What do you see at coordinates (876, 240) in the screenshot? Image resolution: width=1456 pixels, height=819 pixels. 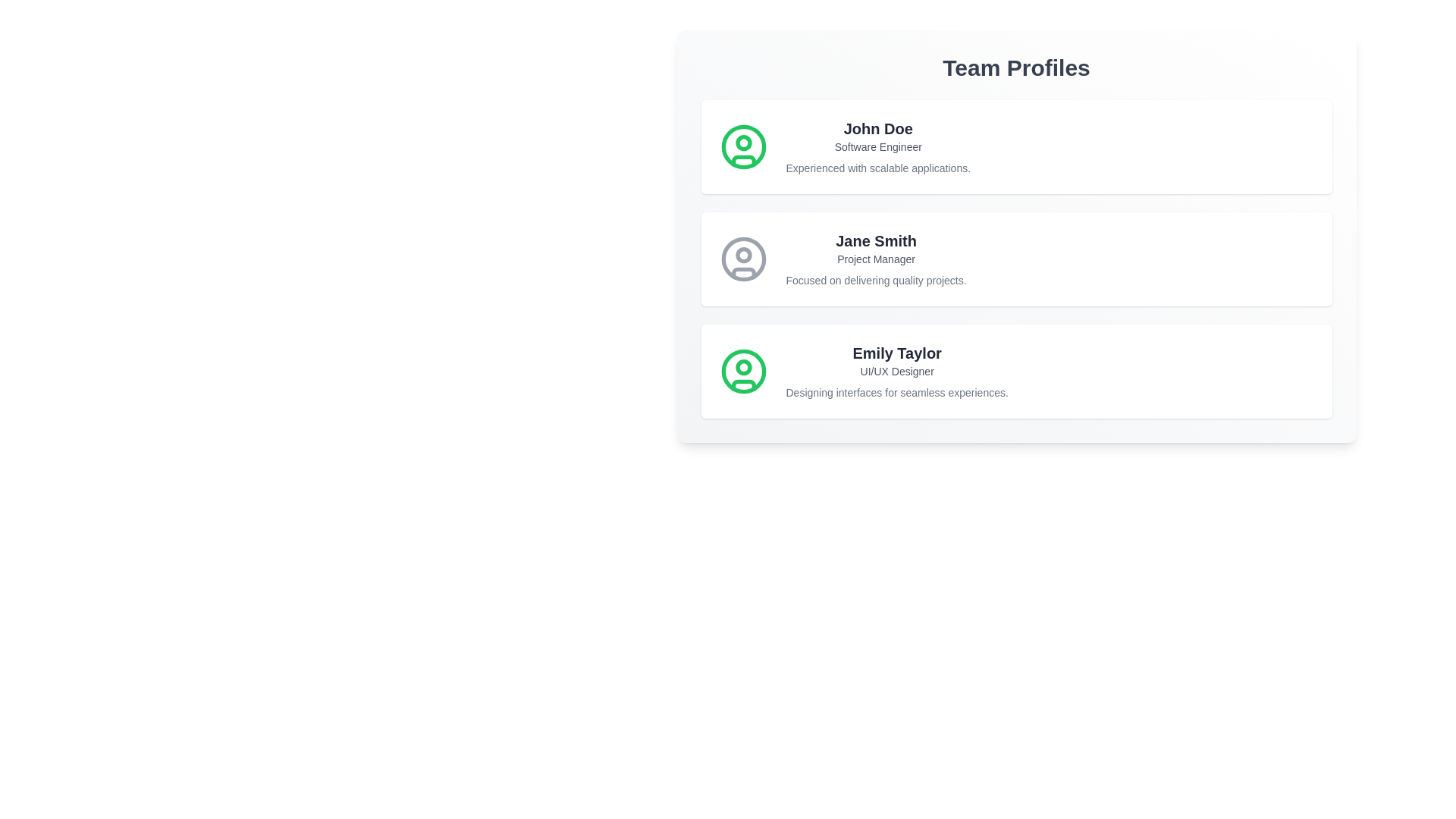 I see `the profile name Jane Smith to select the text` at bounding box center [876, 240].